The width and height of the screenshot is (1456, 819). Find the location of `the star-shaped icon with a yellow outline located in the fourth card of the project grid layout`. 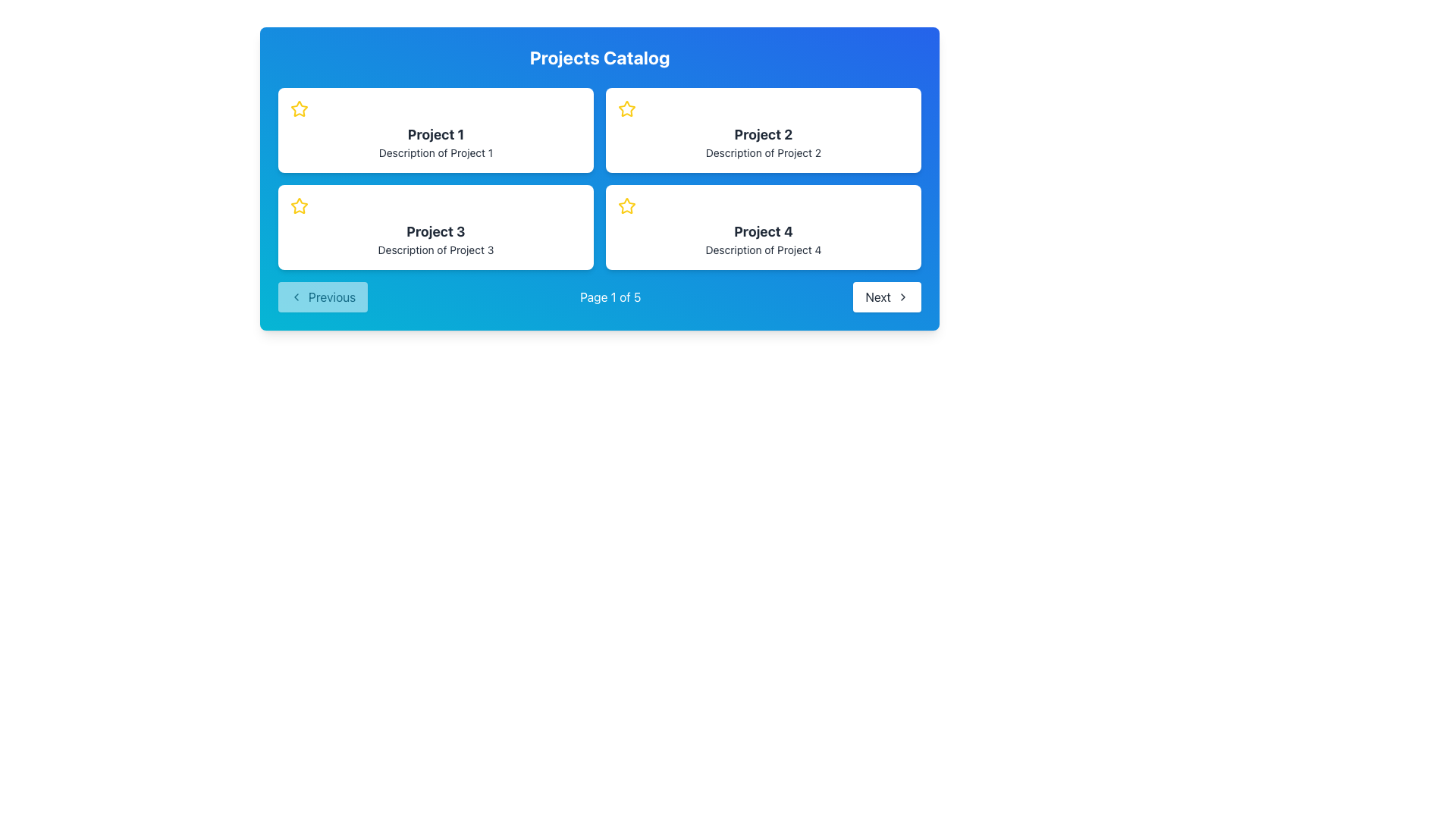

the star-shaped icon with a yellow outline located in the fourth card of the project grid layout is located at coordinates (626, 206).